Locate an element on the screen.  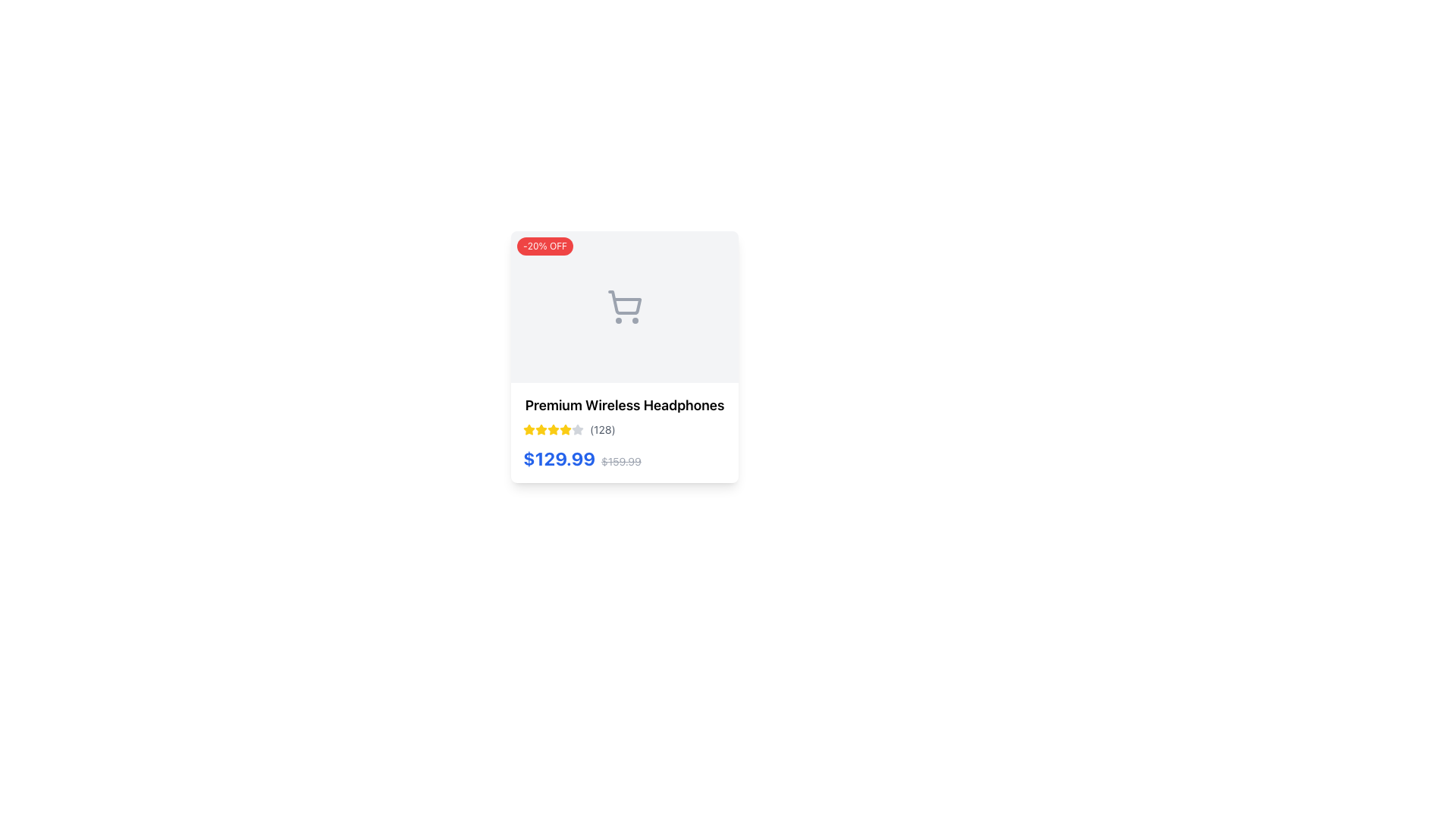
the yellow star icon, which is the first in a group of five stars located below the product title 'Premium Wireless Headphones' is located at coordinates (529, 430).